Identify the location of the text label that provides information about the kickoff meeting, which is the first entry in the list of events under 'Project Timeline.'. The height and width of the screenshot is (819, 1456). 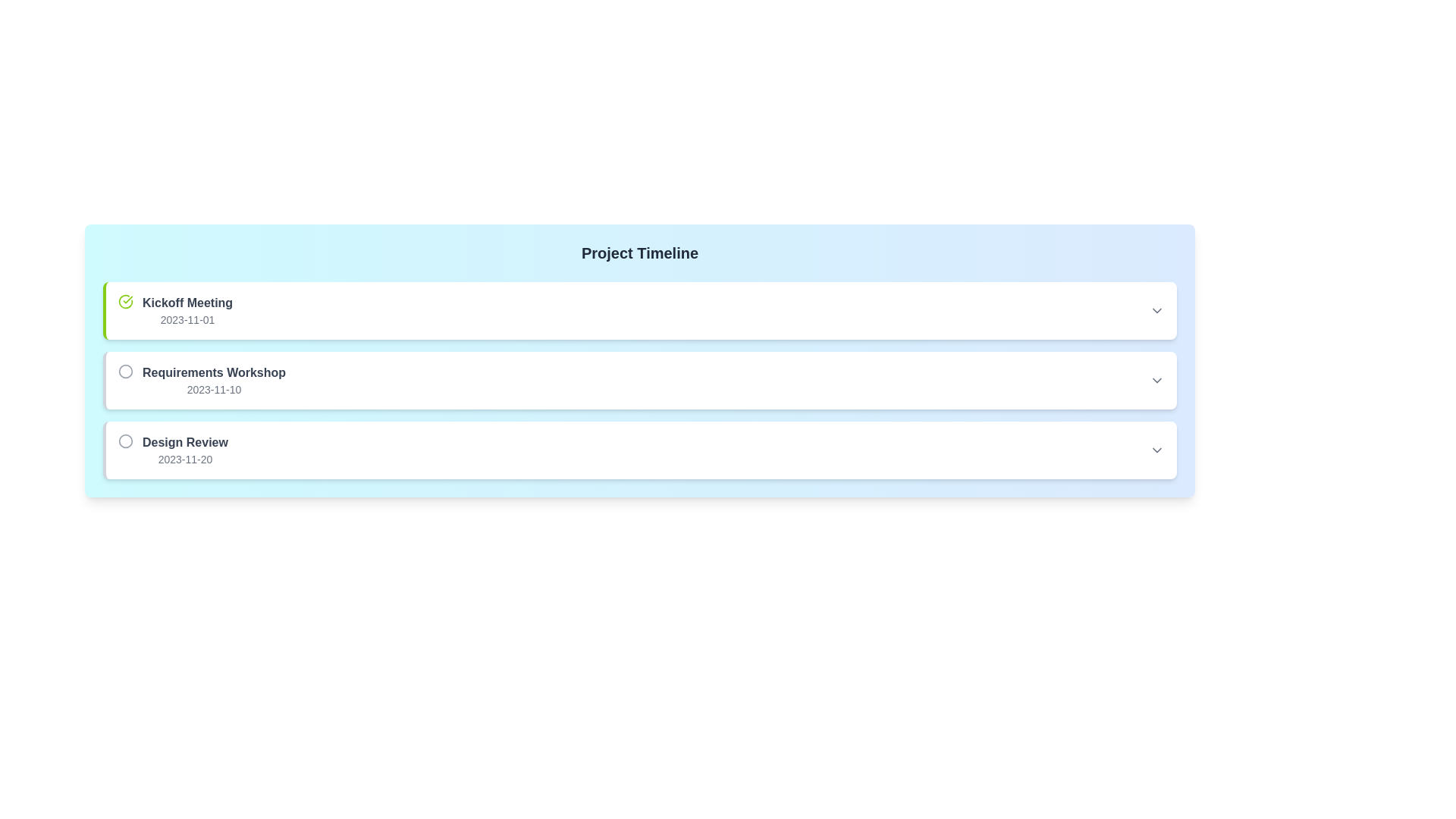
(187, 309).